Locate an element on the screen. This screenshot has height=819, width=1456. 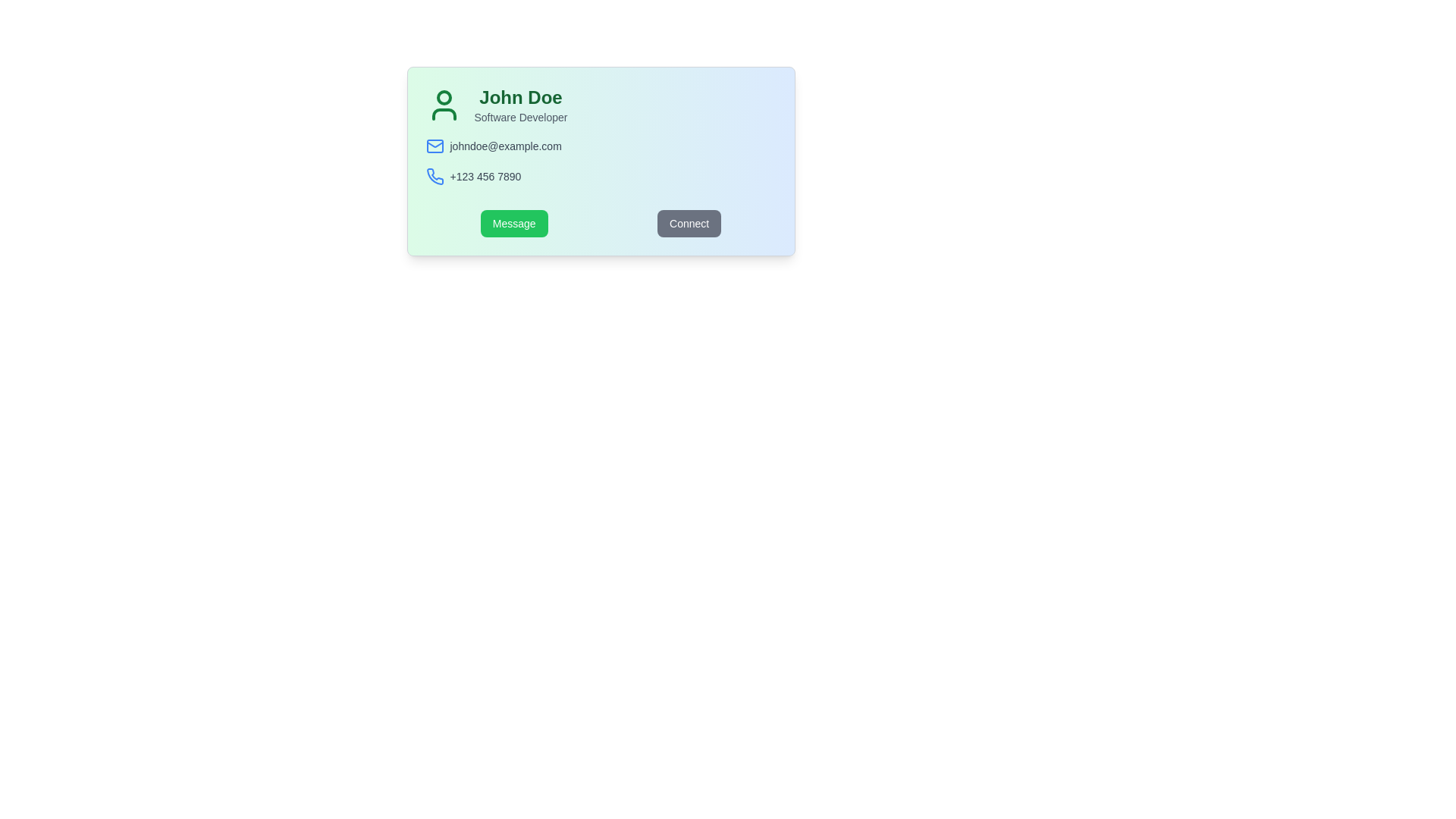
the green button labeled 'Message' is located at coordinates (513, 223).